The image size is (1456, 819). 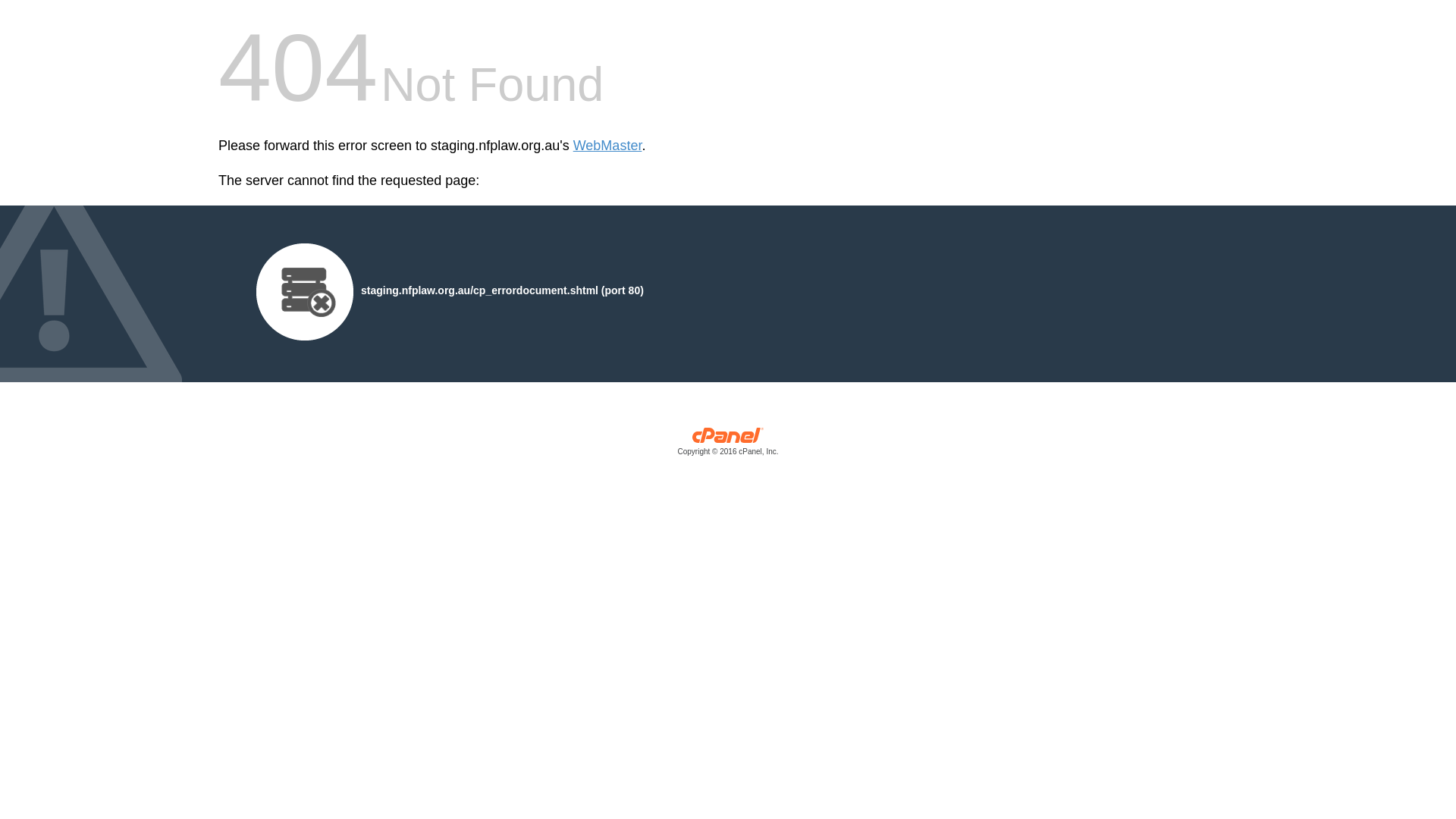 I want to click on 'WebMaster', so click(x=607, y=146).